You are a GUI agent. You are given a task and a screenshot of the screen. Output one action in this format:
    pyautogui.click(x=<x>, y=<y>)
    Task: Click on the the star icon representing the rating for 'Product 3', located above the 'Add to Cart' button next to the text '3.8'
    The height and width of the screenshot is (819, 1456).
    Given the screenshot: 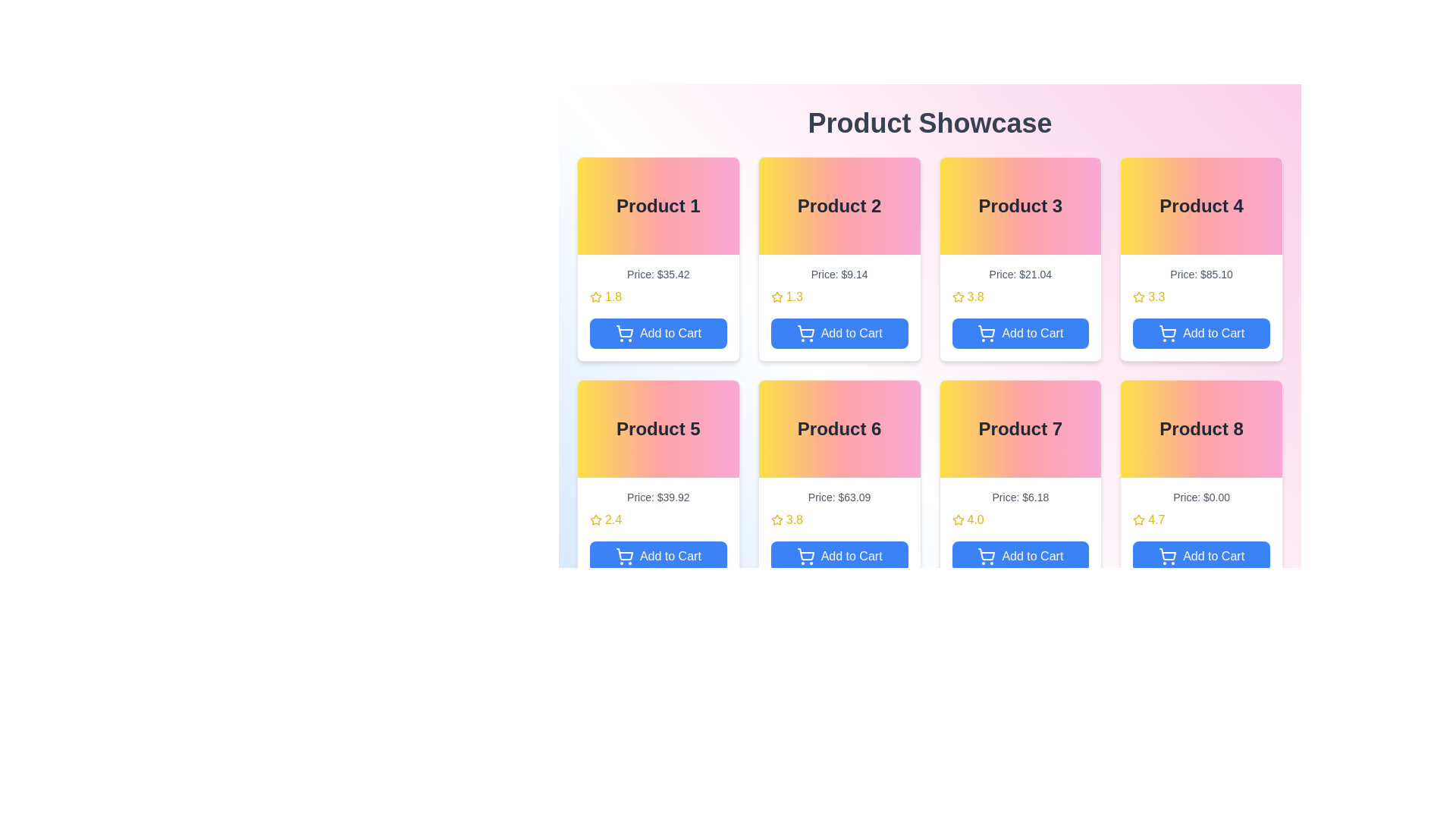 What is the action you would take?
    pyautogui.click(x=957, y=297)
    